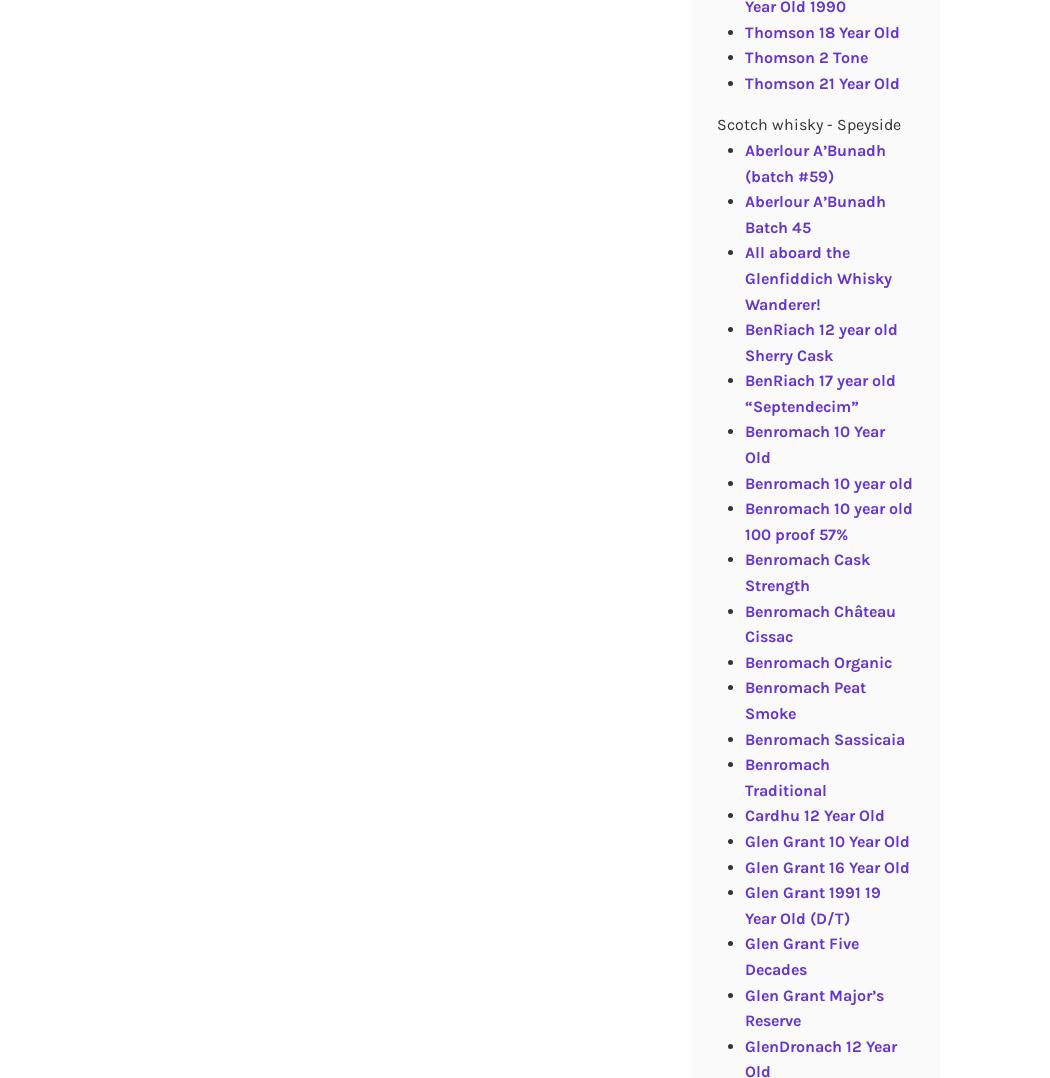  I want to click on 'Benromach Peat Smoke', so click(743, 699).